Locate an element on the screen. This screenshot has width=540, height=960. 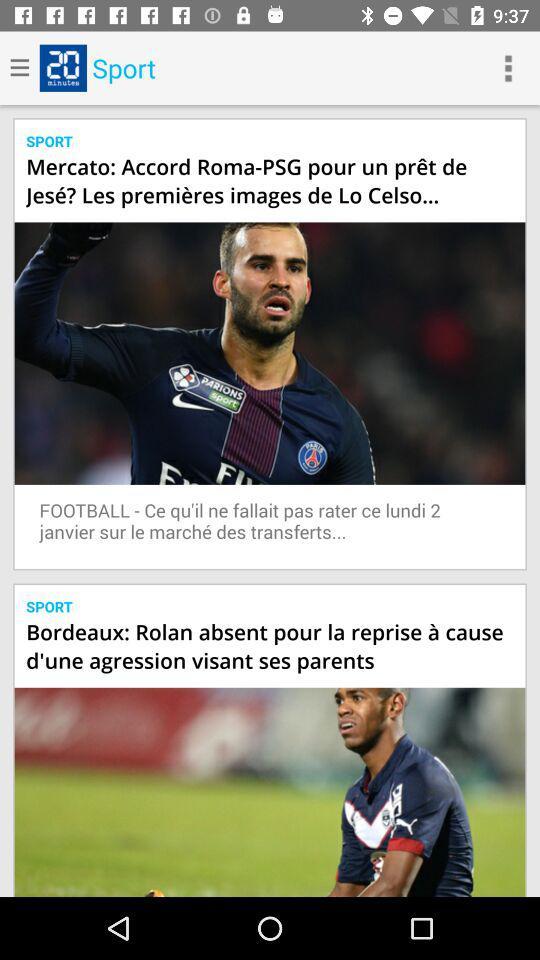
the first image of the page is located at coordinates (270, 353).